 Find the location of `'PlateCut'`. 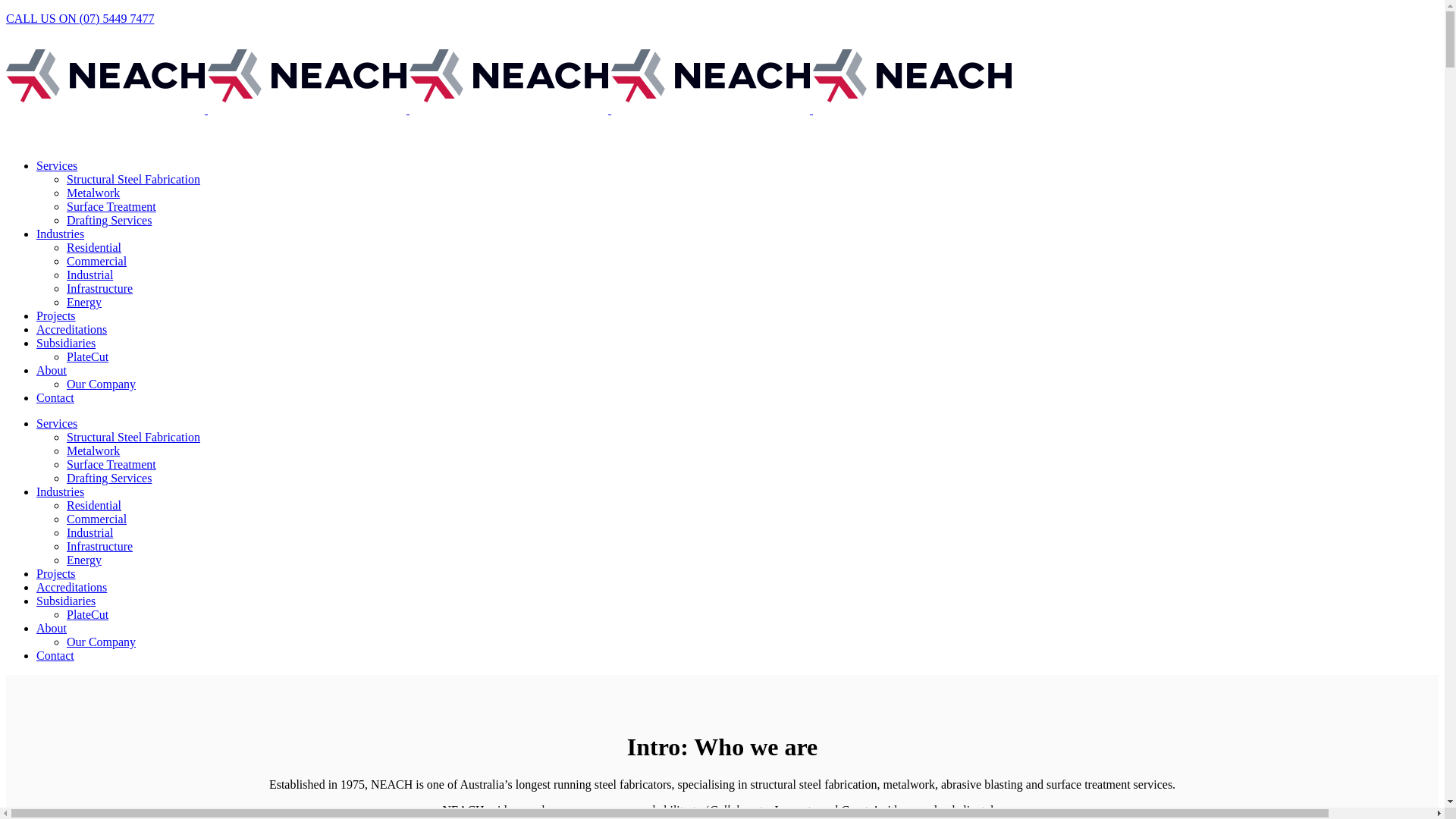

'PlateCut' is located at coordinates (86, 614).